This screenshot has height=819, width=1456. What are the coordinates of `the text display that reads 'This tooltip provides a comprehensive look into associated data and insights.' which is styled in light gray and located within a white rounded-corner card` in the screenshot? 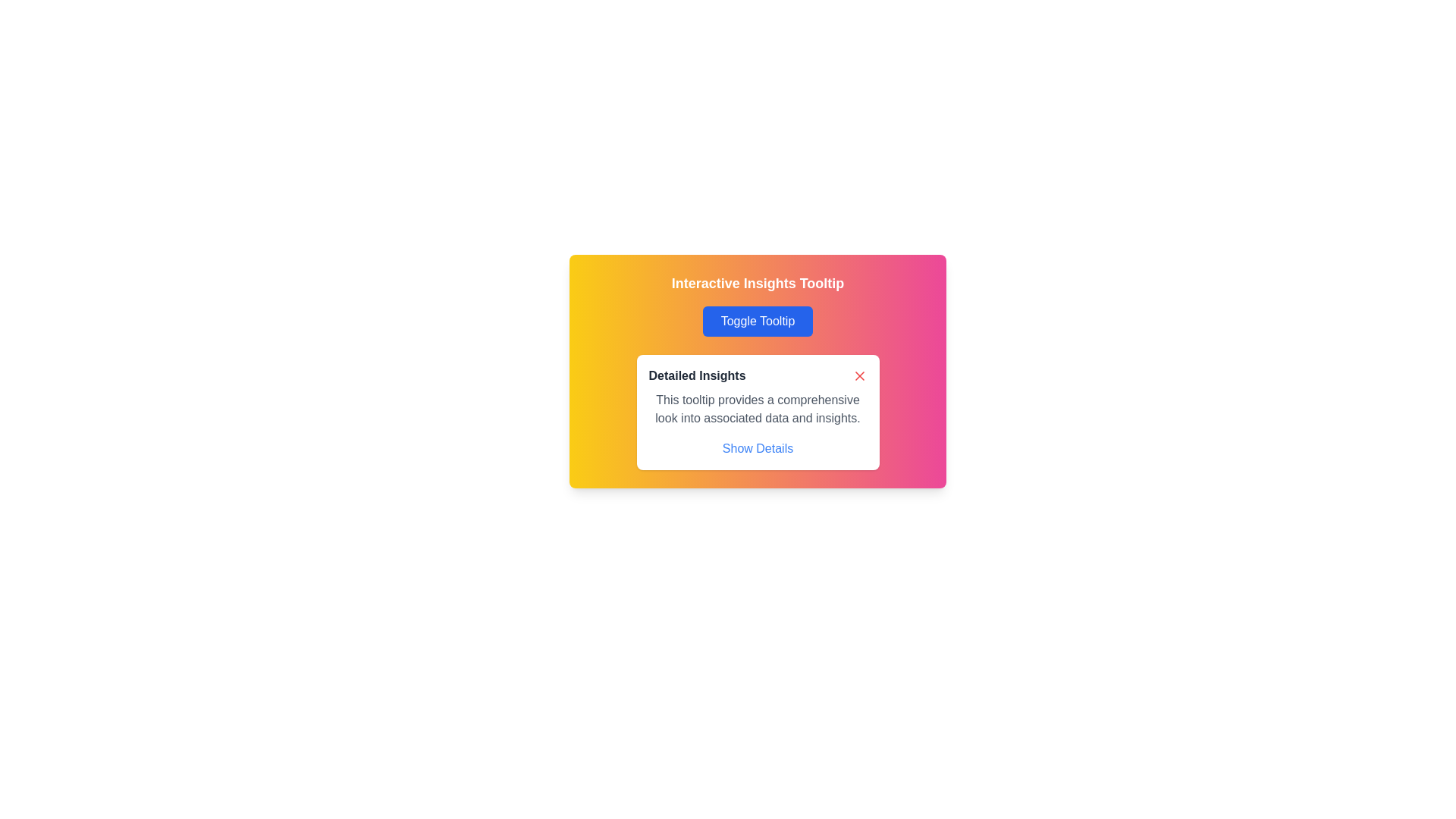 It's located at (758, 409).